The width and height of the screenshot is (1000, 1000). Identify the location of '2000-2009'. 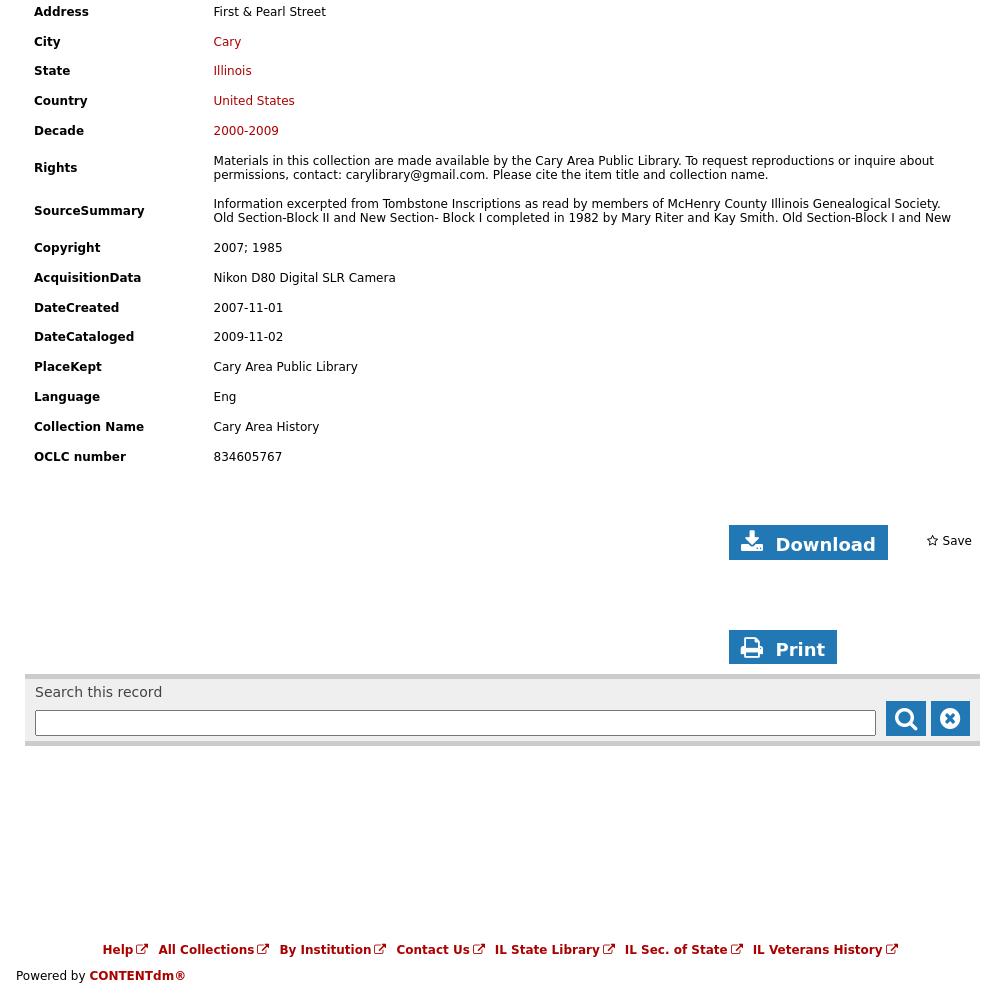
(245, 131).